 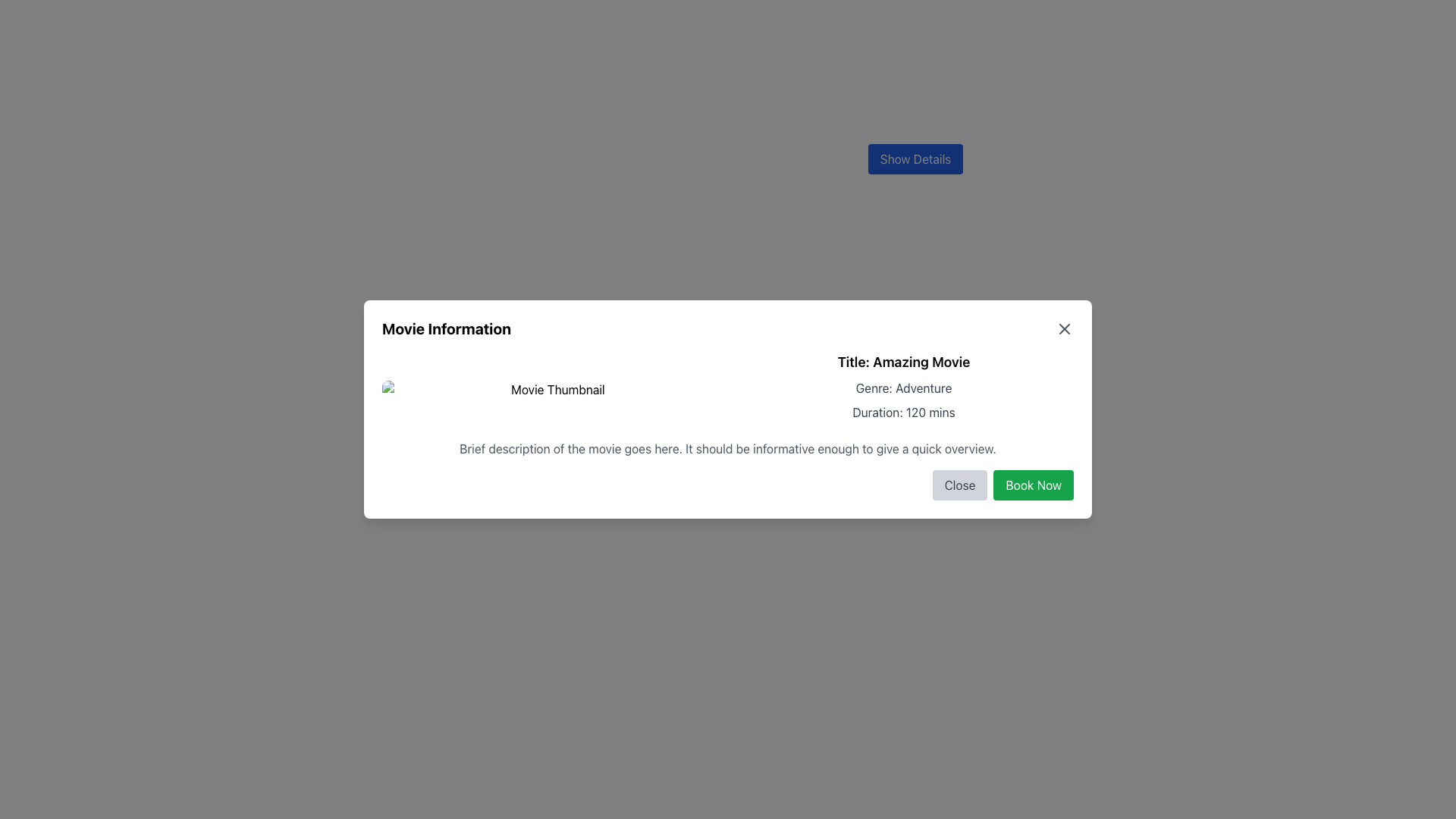 What do you see at coordinates (915, 158) in the screenshot?
I see `the trigger button that reveals additional movie details by tabbing to it for accessibility` at bounding box center [915, 158].